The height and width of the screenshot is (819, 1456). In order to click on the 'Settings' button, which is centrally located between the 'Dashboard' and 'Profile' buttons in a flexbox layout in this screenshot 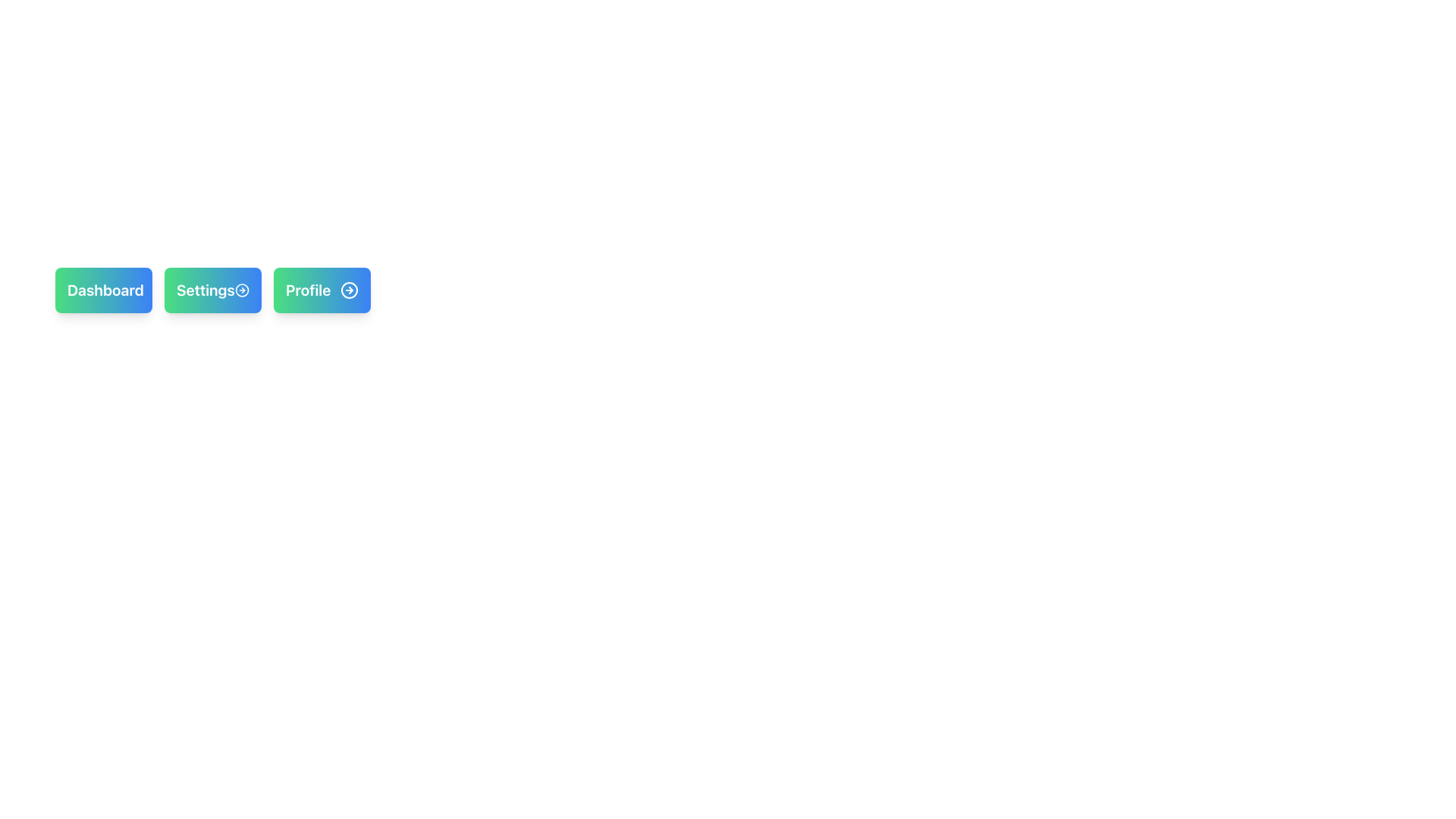, I will do `click(212, 290)`.